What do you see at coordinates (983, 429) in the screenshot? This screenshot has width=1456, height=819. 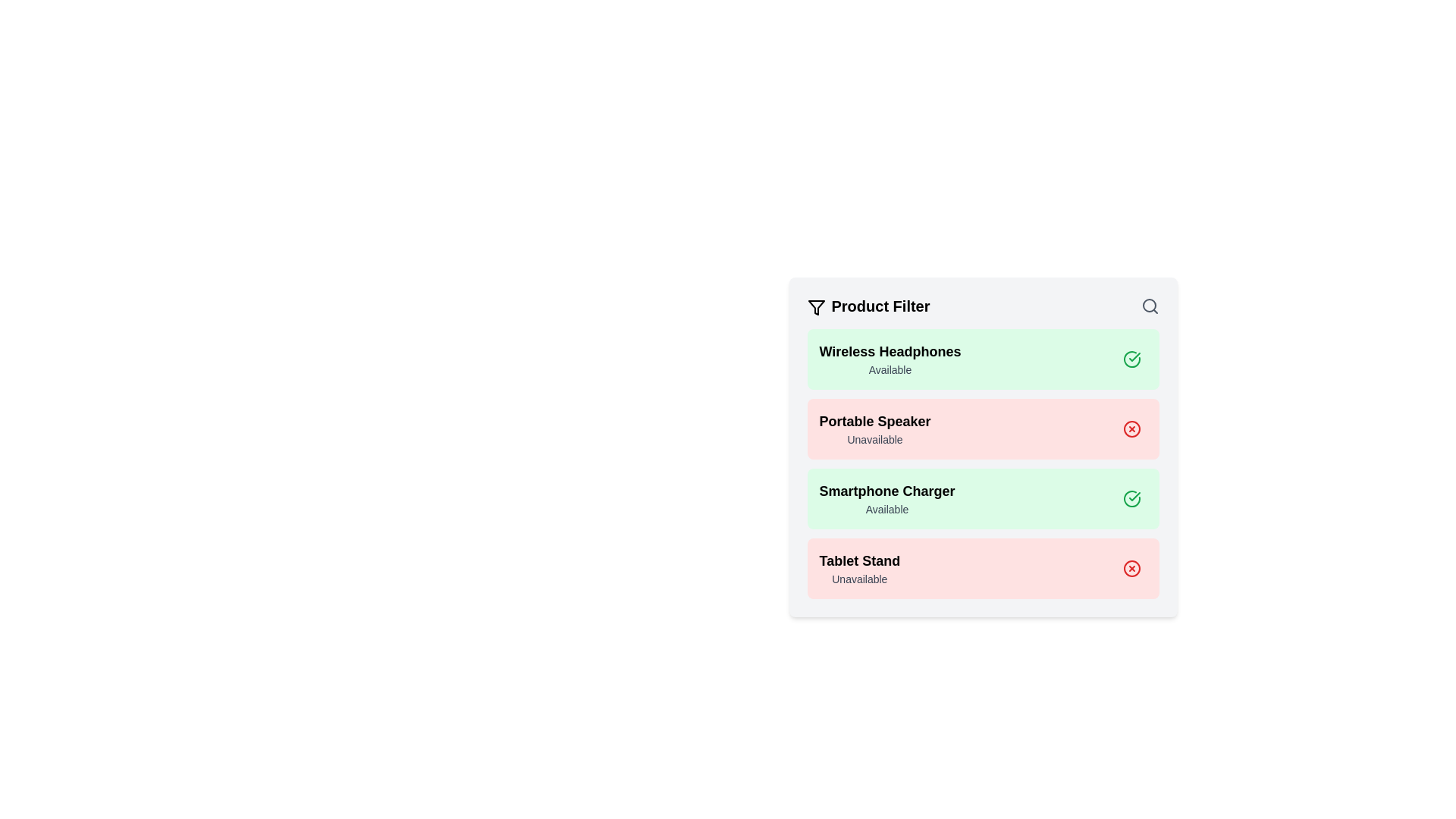 I see `the second card in the 'Product Filter' list, which has a red background and contains the text 'Portable Speaker' and a red circular icon with a cross, located beneath the 'Wireless Headphones' card` at bounding box center [983, 429].